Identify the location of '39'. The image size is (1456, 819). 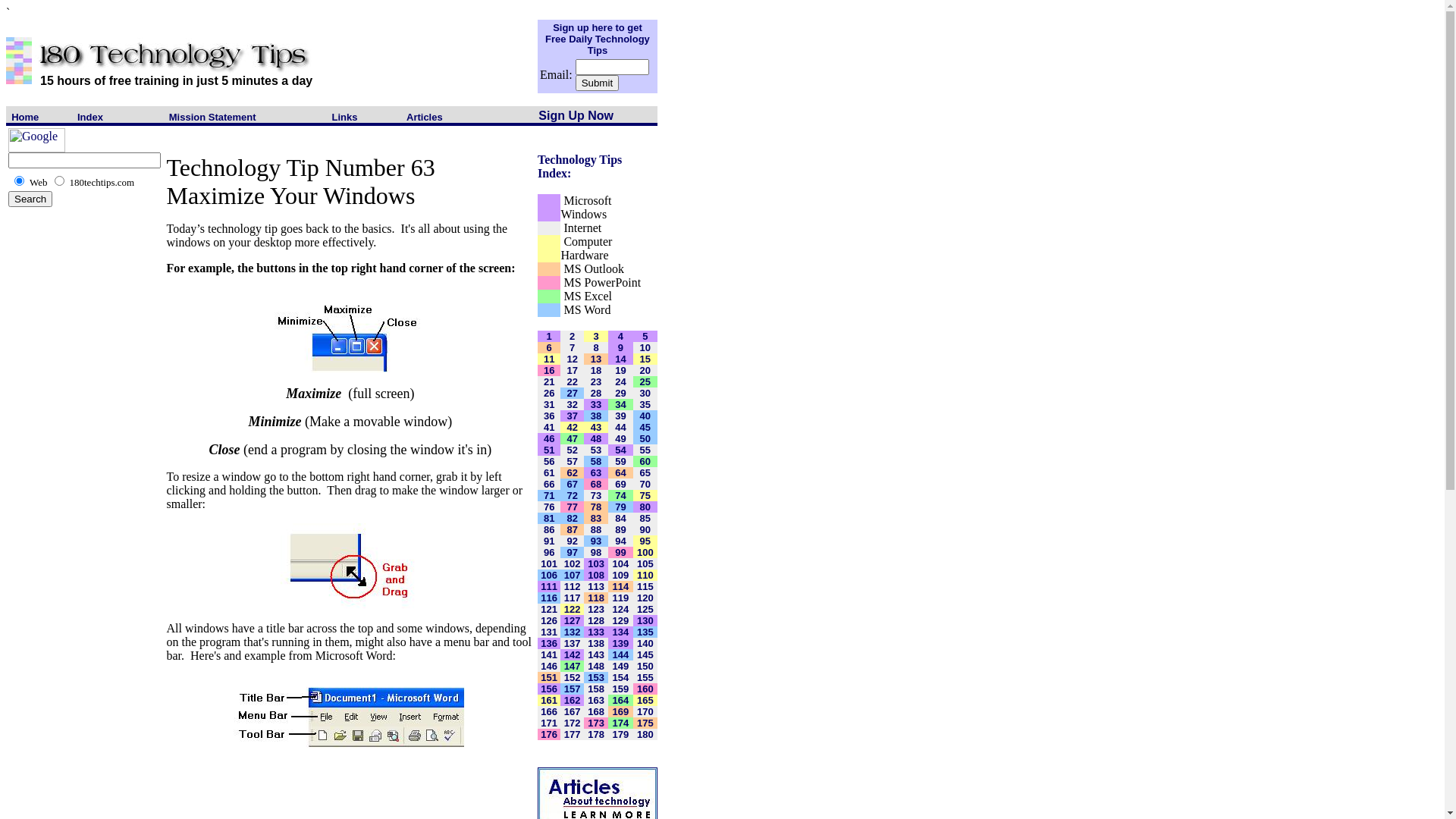
(615, 416).